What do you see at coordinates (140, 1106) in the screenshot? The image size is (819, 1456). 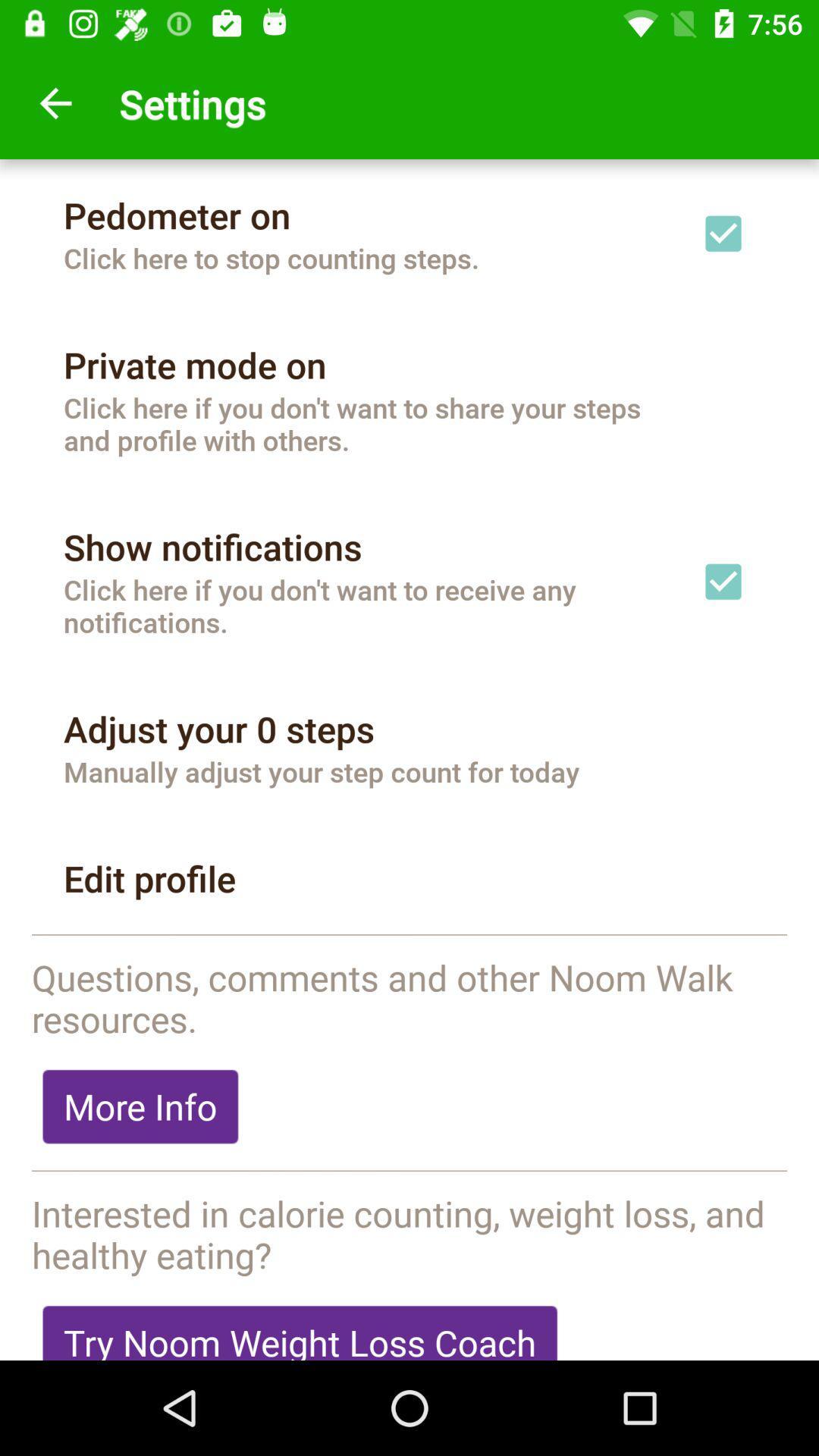 I see `item below the questions comments and item` at bounding box center [140, 1106].